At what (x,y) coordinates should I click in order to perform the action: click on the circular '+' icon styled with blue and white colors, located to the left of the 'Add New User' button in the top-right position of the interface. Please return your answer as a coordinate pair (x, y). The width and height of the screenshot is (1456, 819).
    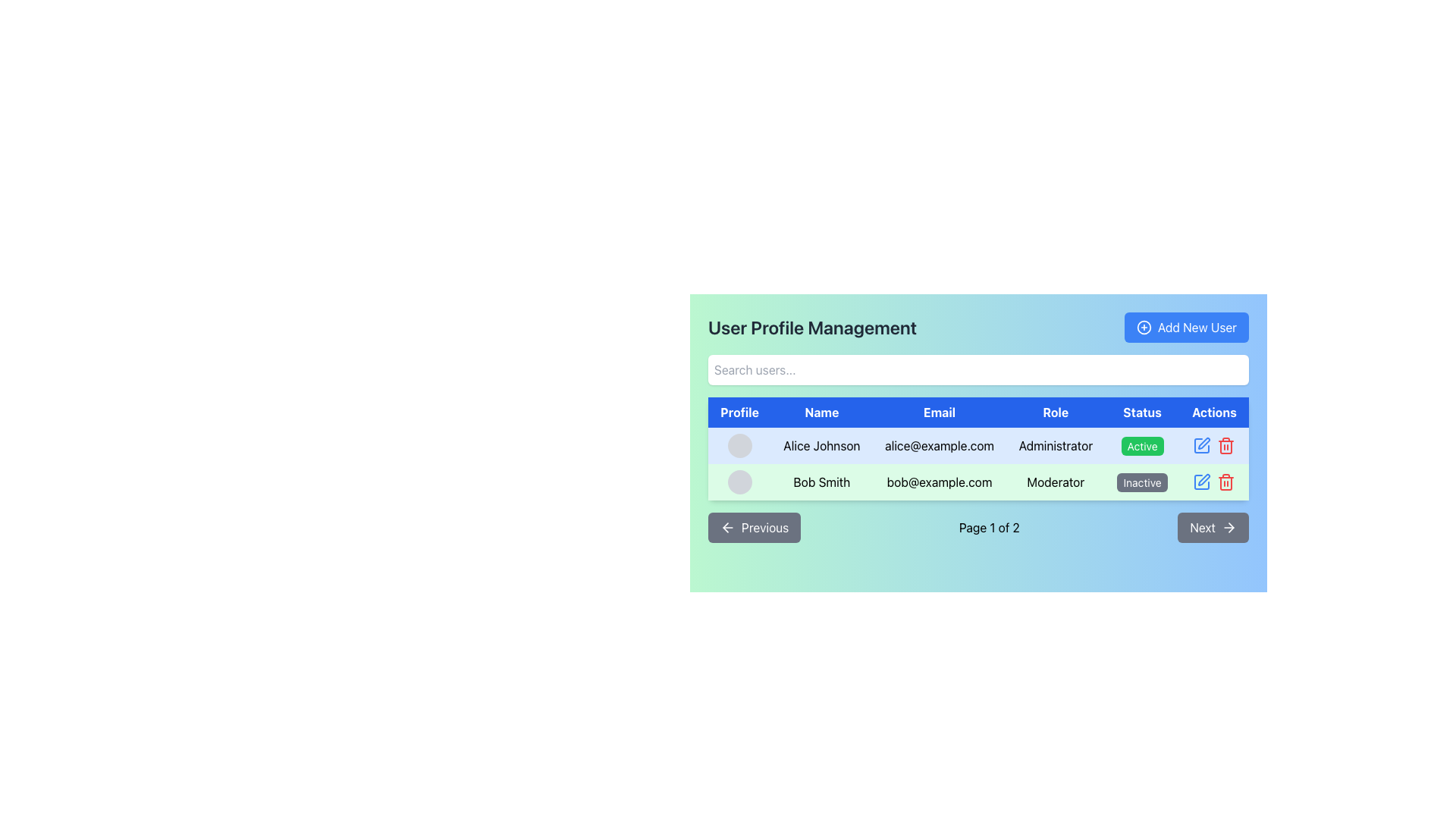
    Looking at the image, I should click on (1144, 327).